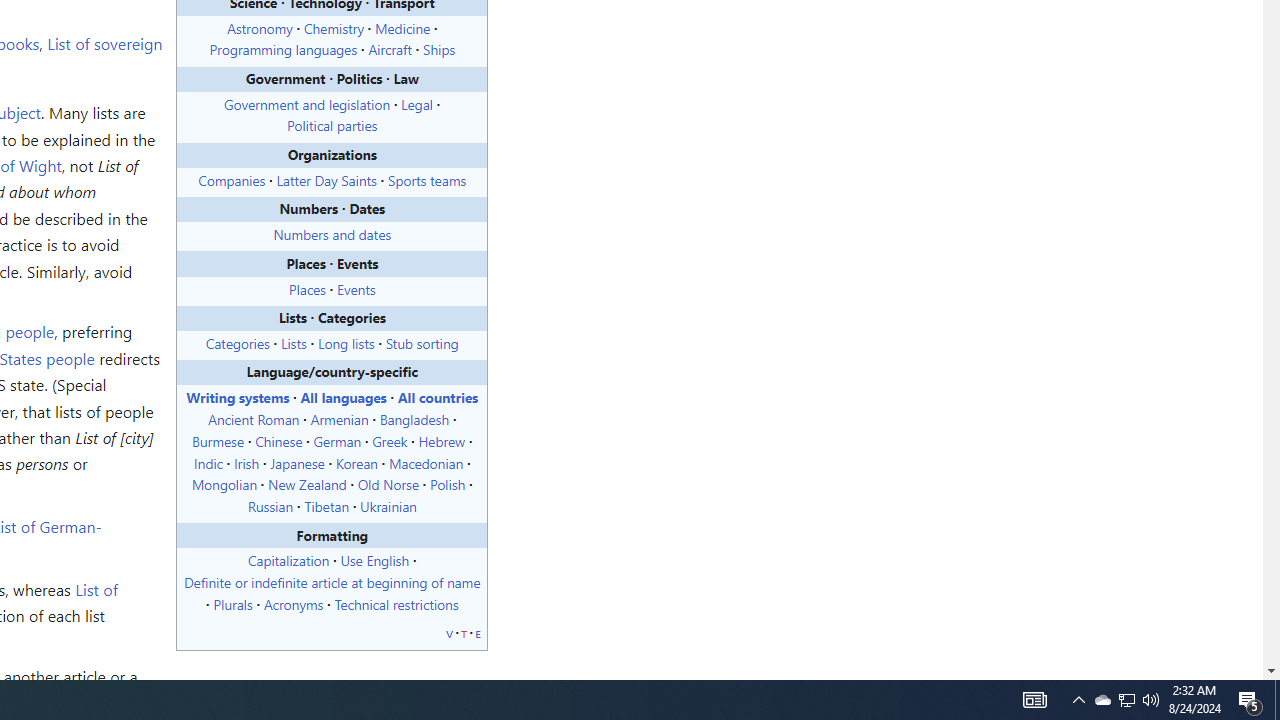 The height and width of the screenshot is (720, 1280). What do you see at coordinates (269, 505) in the screenshot?
I see `'Russian'` at bounding box center [269, 505].